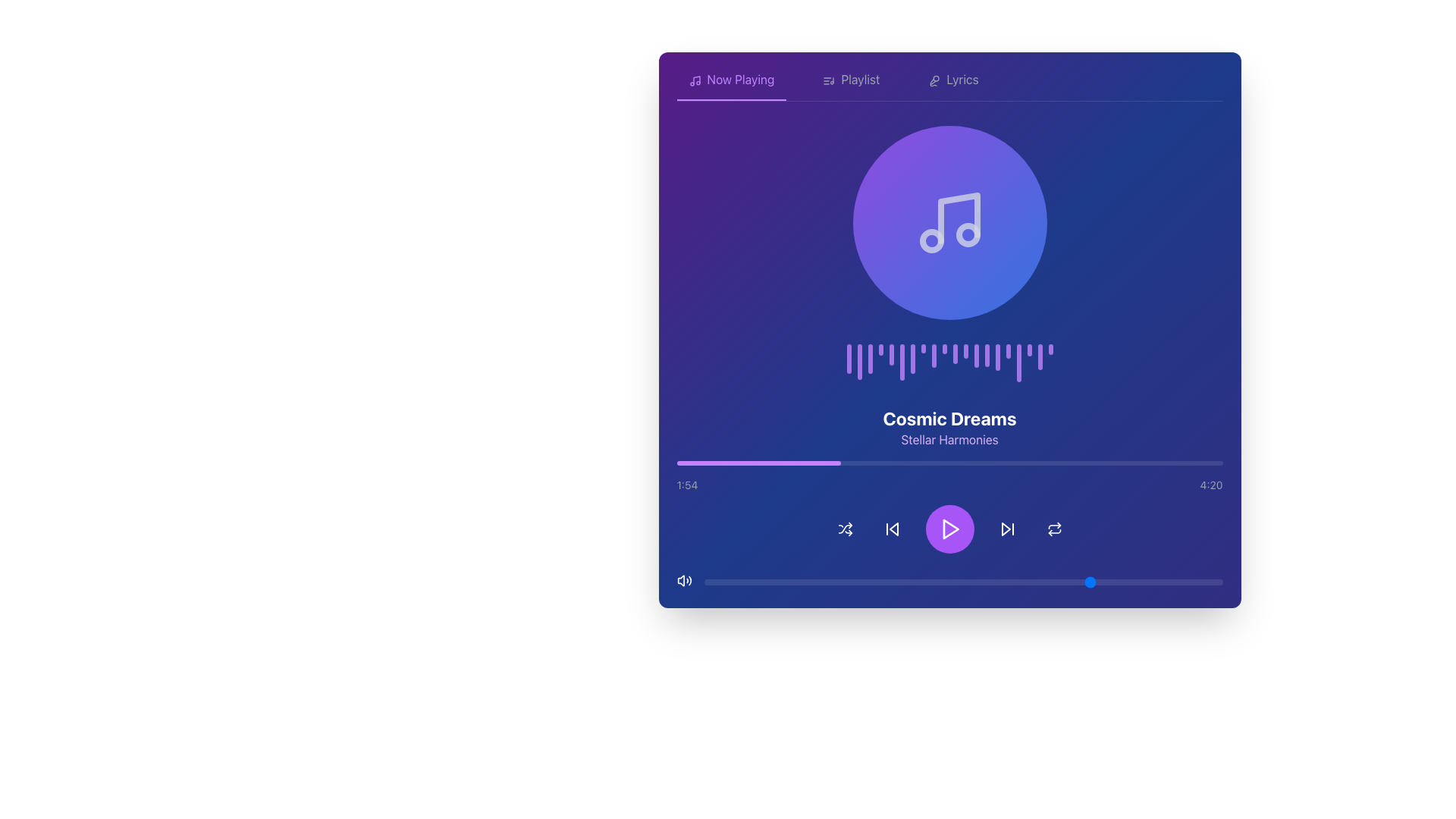 The height and width of the screenshot is (819, 1456). Describe the element at coordinates (949, 439) in the screenshot. I see `the text label 'Stellar Harmonies', which serves as a subtitle providing additional context below 'Cosmic Dreams'` at that location.